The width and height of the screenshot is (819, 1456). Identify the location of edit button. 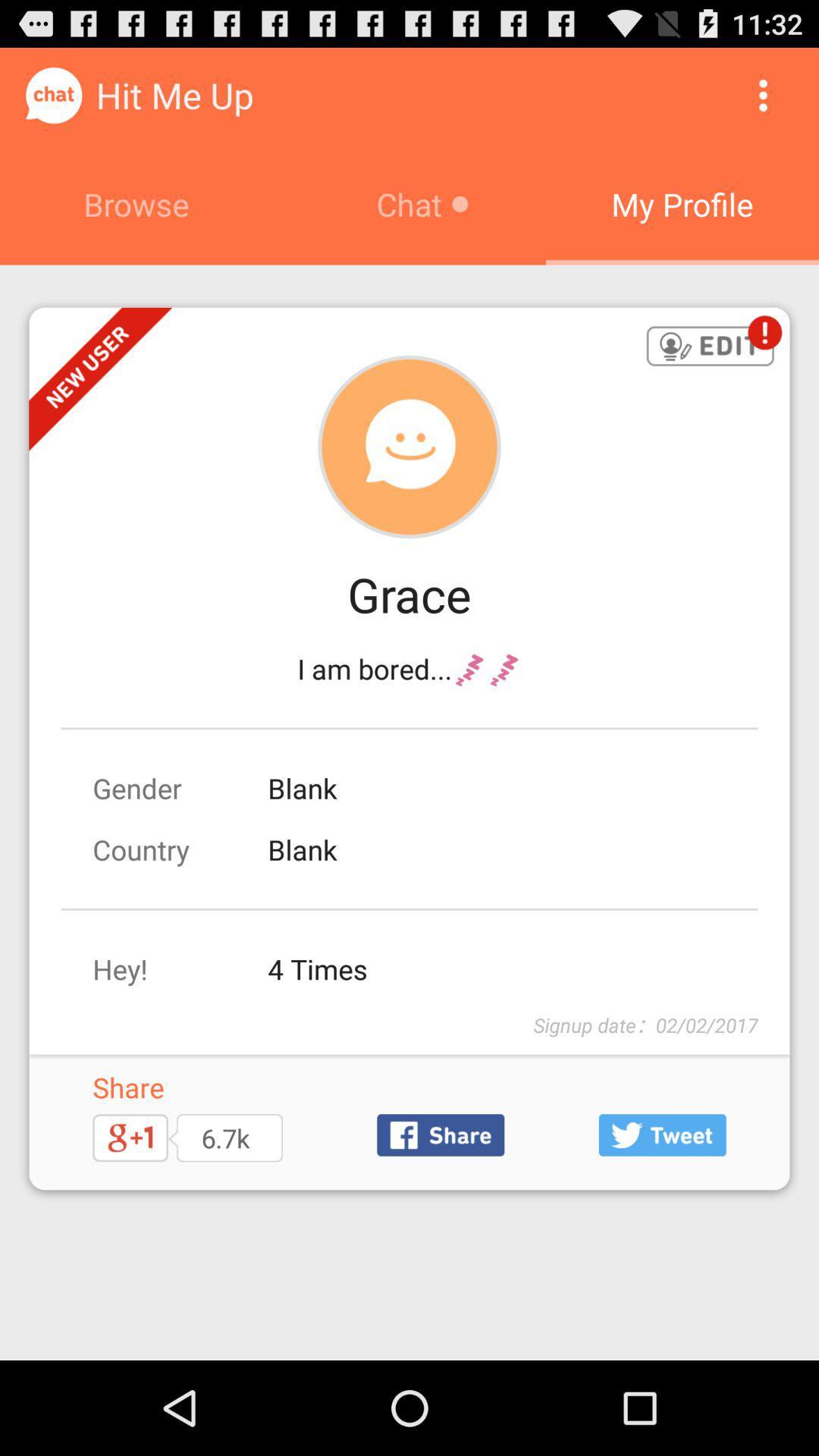
(710, 347).